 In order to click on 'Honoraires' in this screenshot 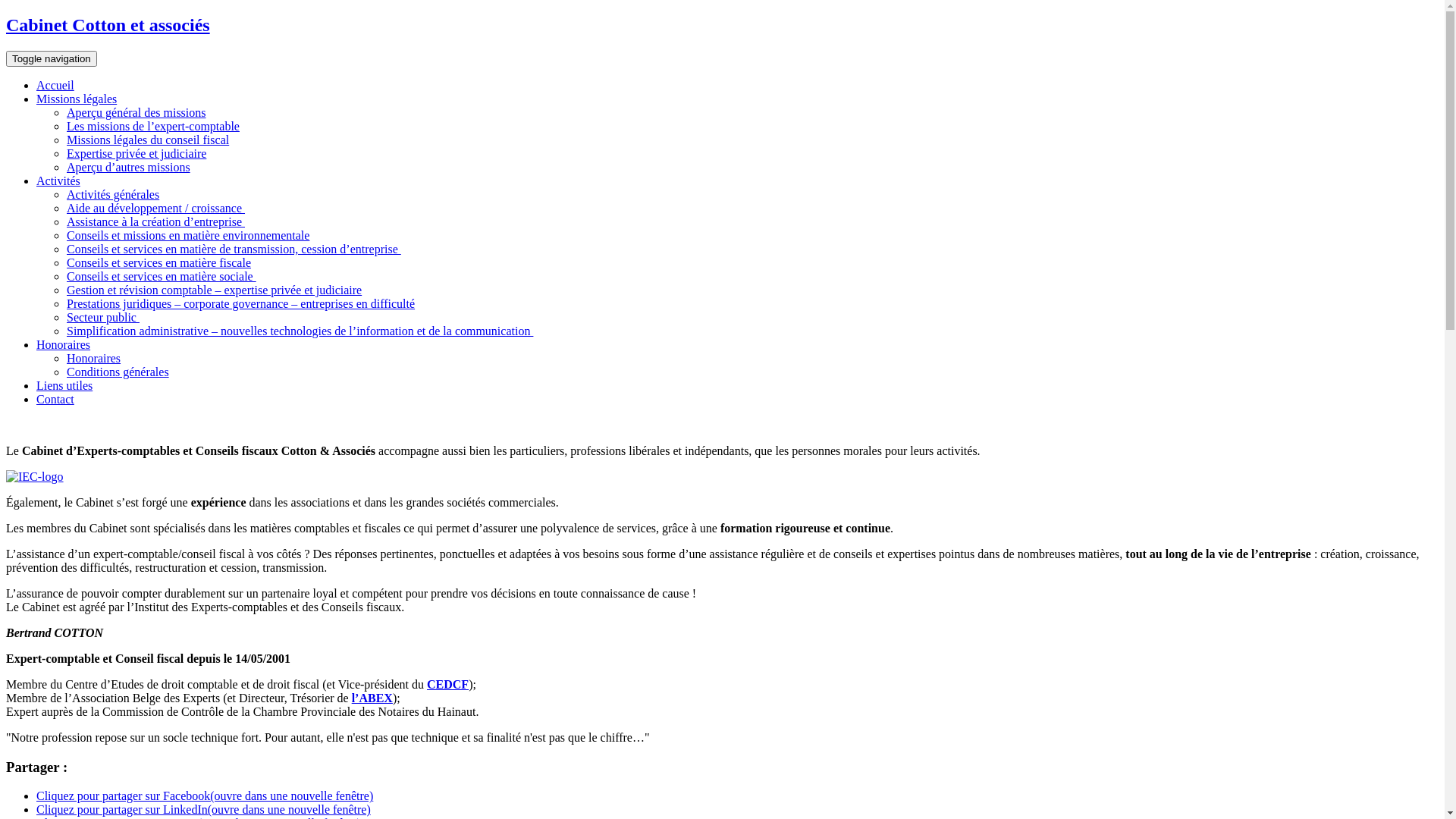, I will do `click(65, 358)`.